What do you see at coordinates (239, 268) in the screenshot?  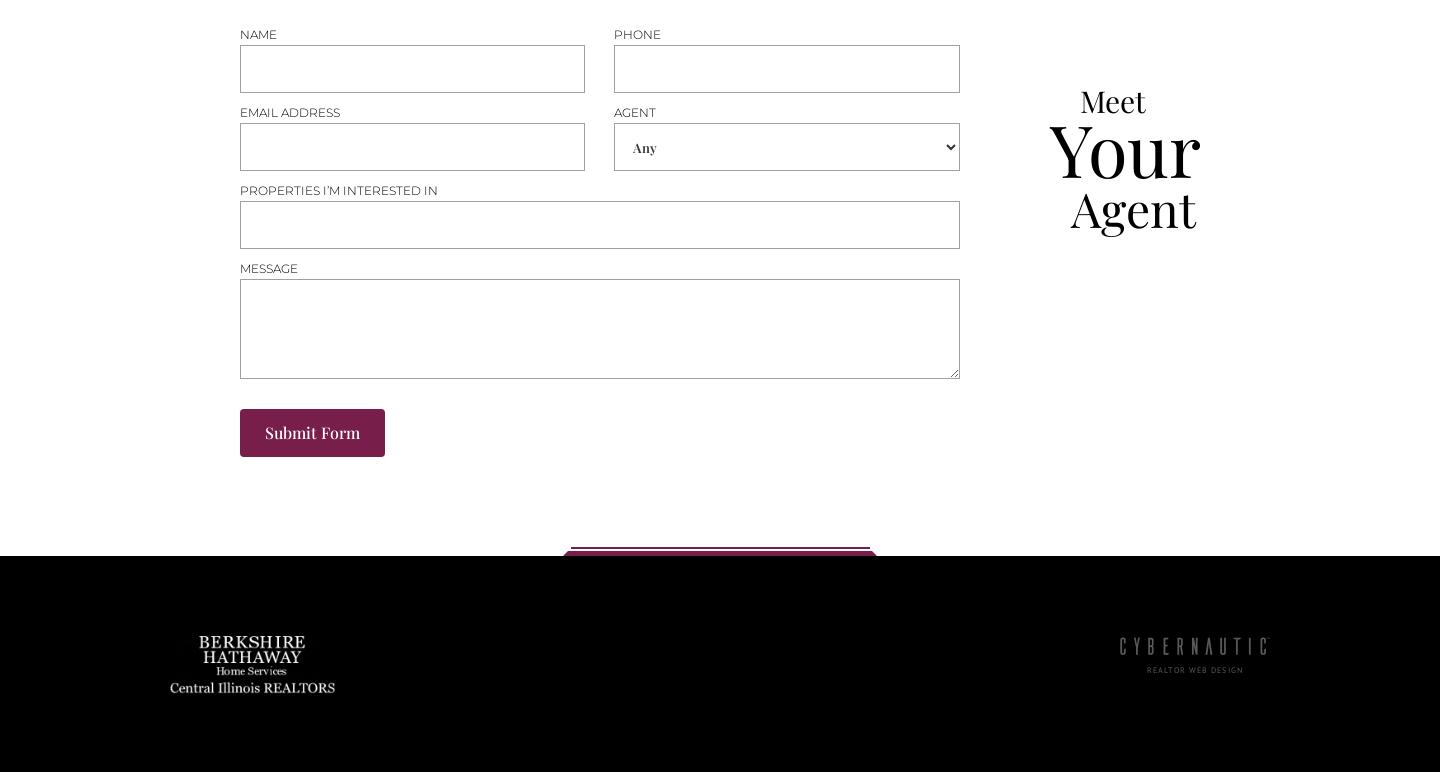 I see `'Message'` at bounding box center [239, 268].